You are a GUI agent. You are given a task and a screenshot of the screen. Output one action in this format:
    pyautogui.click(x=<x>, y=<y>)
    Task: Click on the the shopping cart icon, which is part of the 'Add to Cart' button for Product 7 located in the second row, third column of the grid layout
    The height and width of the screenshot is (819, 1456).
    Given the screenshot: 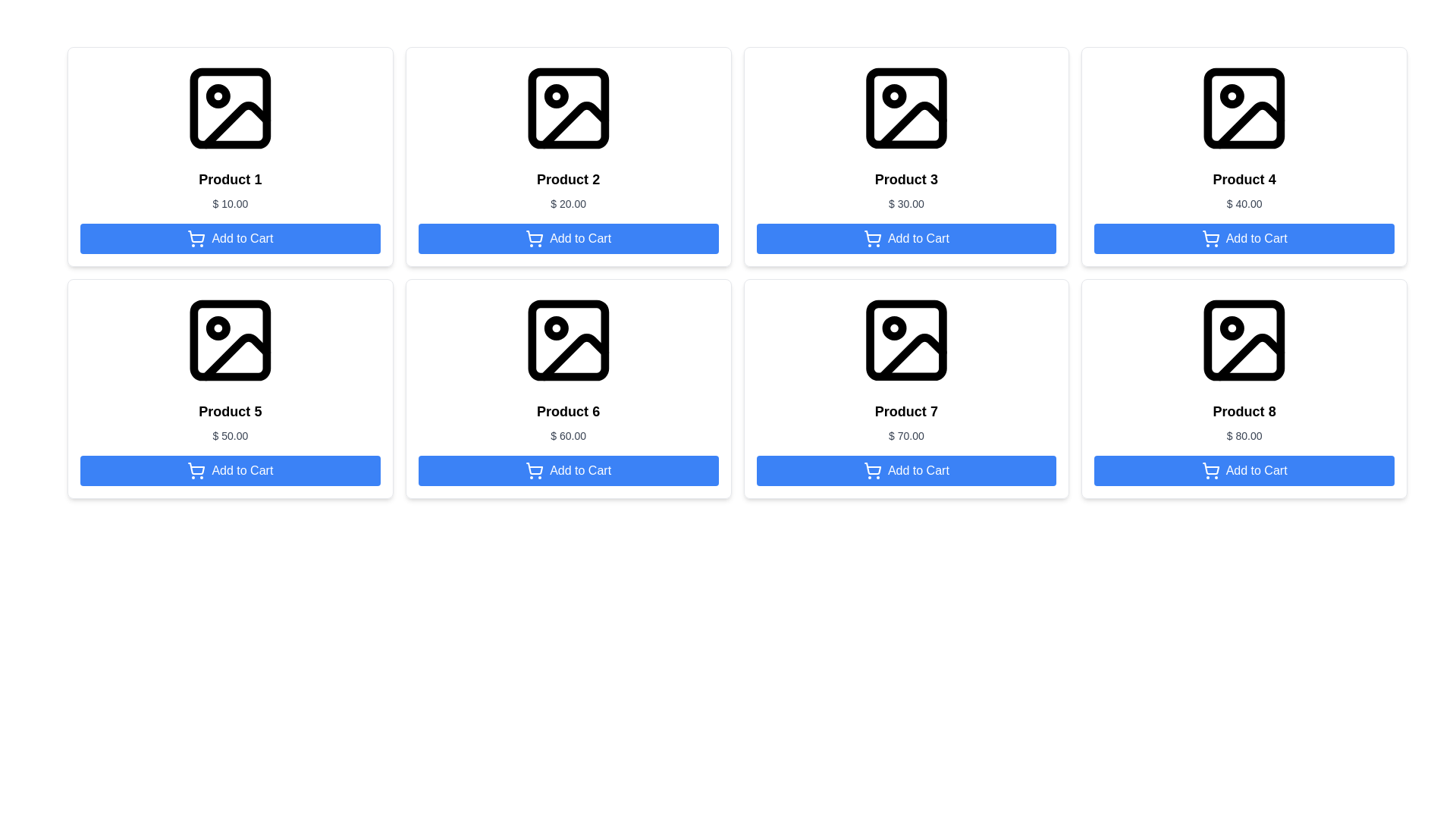 What is the action you would take?
    pyautogui.click(x=872, y=470)
    